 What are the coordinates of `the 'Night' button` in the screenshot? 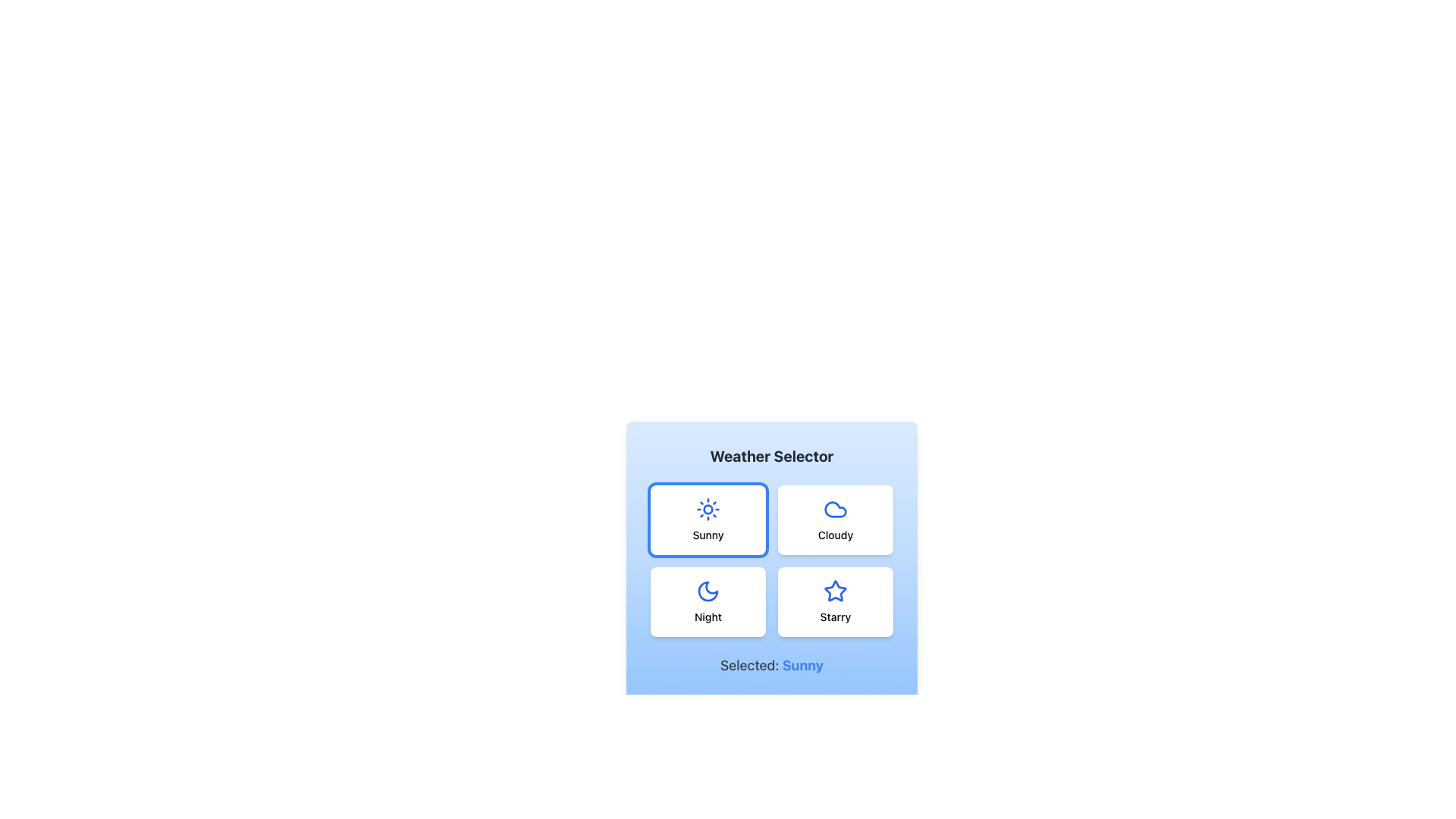 It's located at (708, 601).